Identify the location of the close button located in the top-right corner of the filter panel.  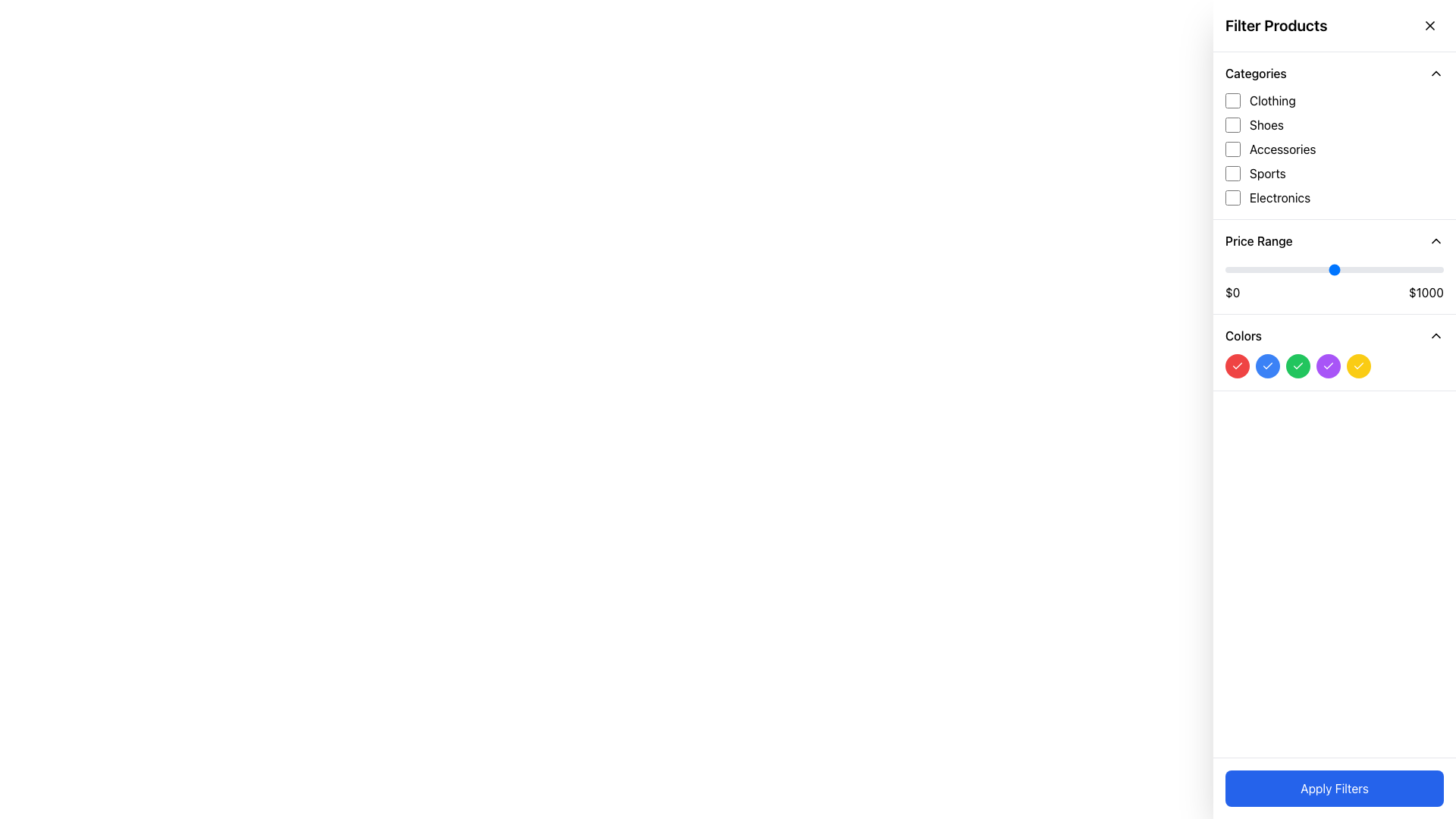
(1429, 26).